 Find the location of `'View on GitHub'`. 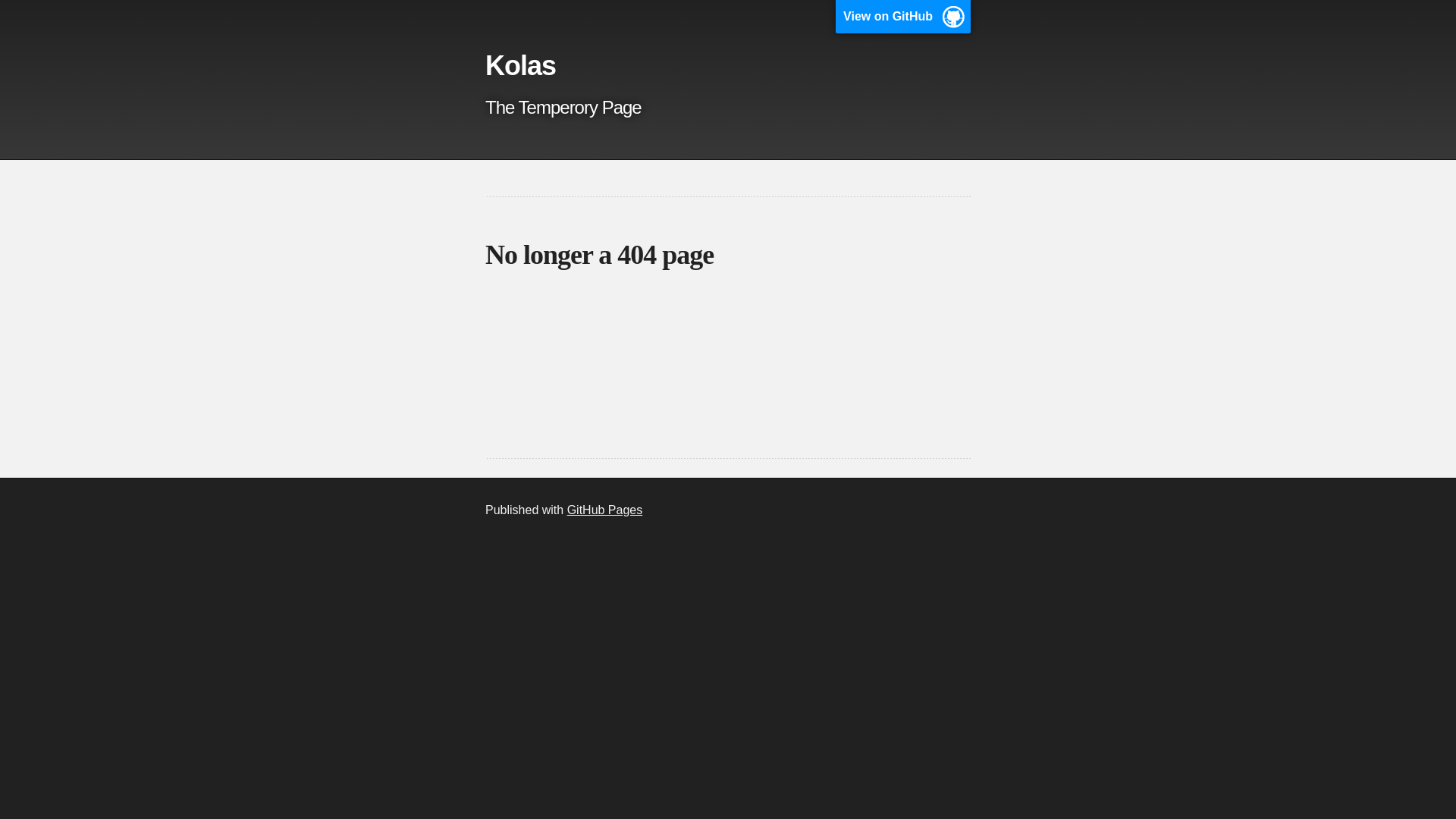

'View on GitHub' is located at coordinates (835, 17).